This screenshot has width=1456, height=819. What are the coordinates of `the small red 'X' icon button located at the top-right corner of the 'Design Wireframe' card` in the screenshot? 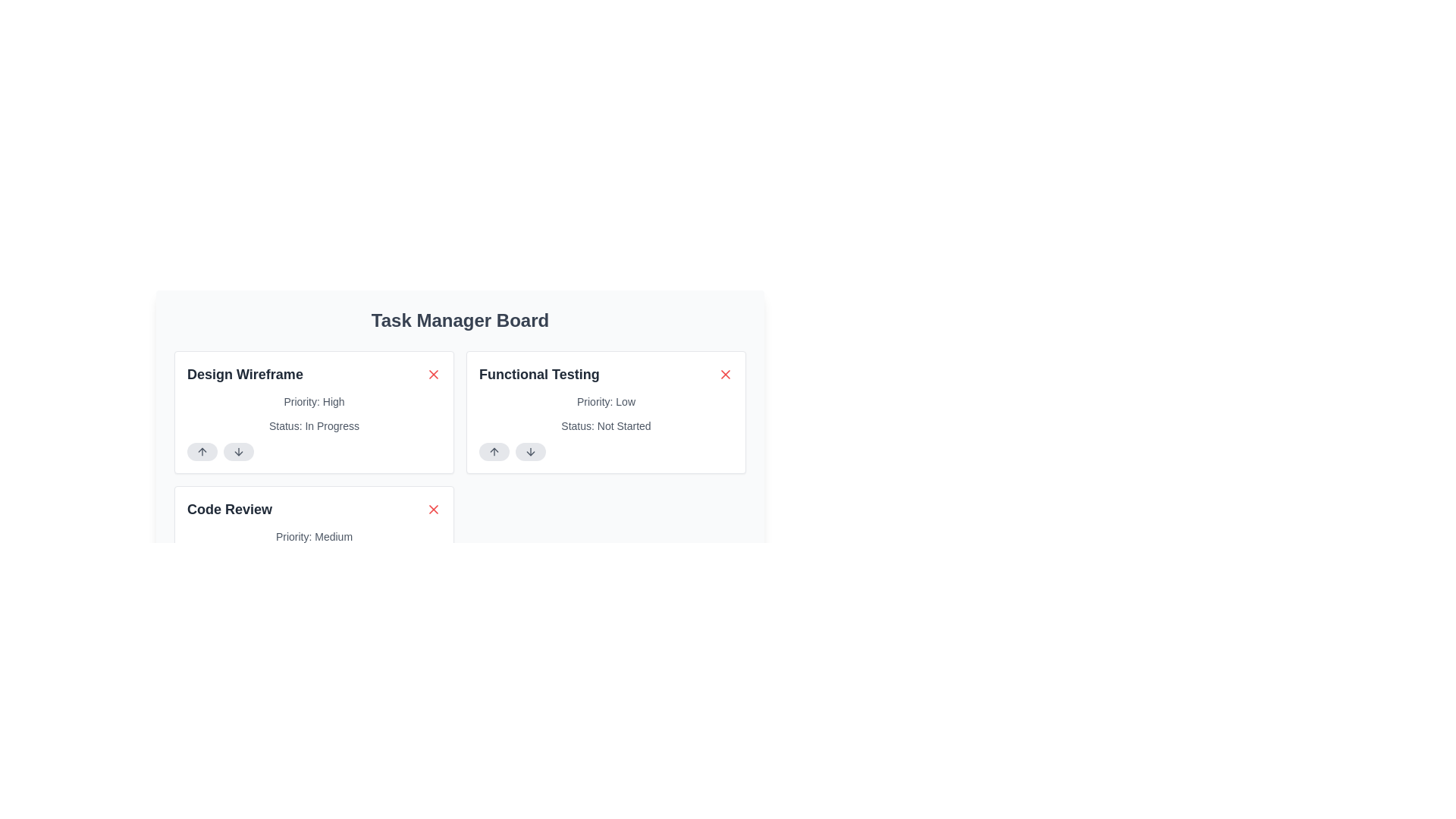 It's located at (432, 374).